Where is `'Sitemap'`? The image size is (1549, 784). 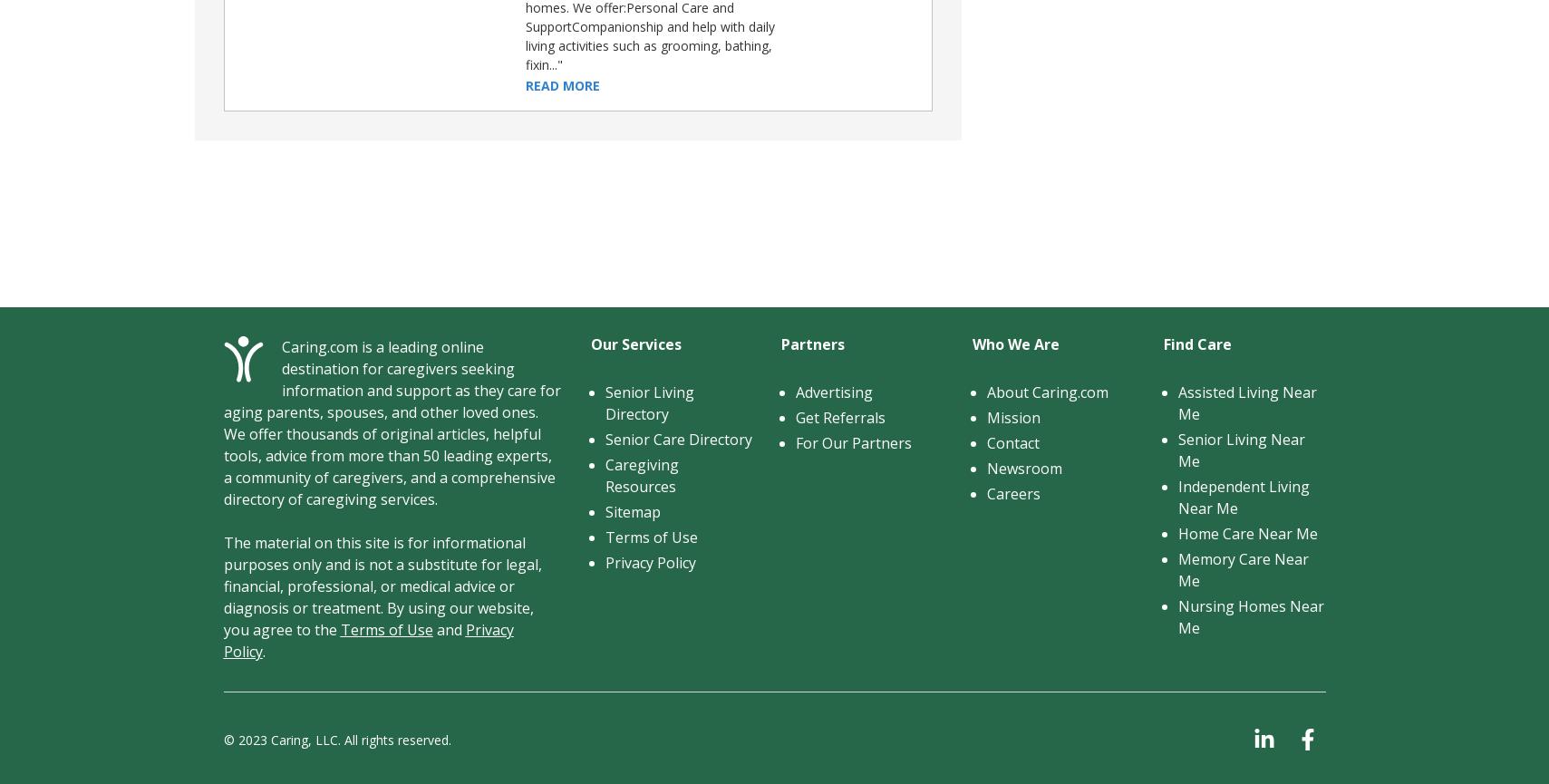
'Sitemap' is located at coordinates (631, 511).